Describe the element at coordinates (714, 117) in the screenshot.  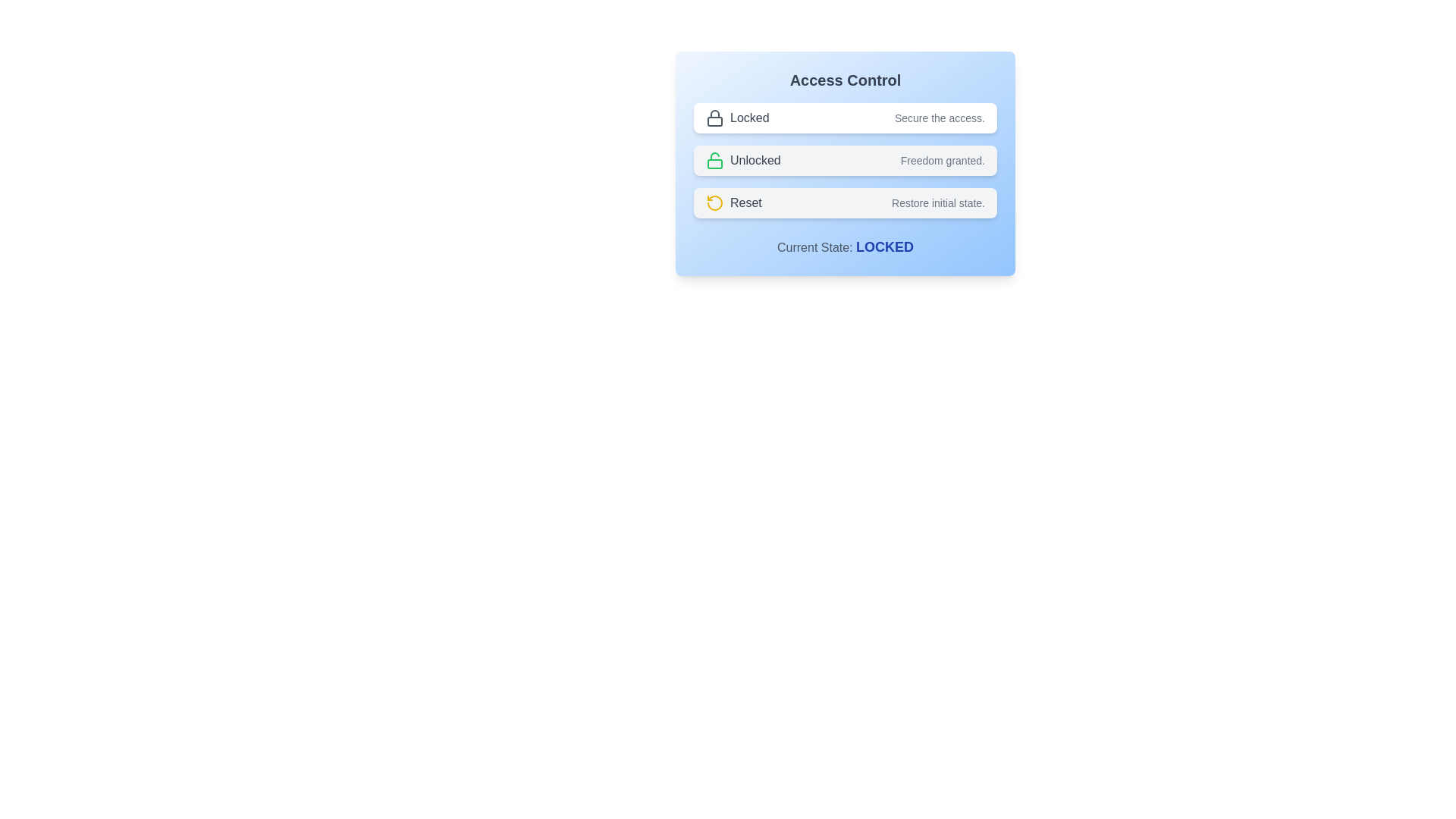
I see `the icon to change the state to locked` at that location.